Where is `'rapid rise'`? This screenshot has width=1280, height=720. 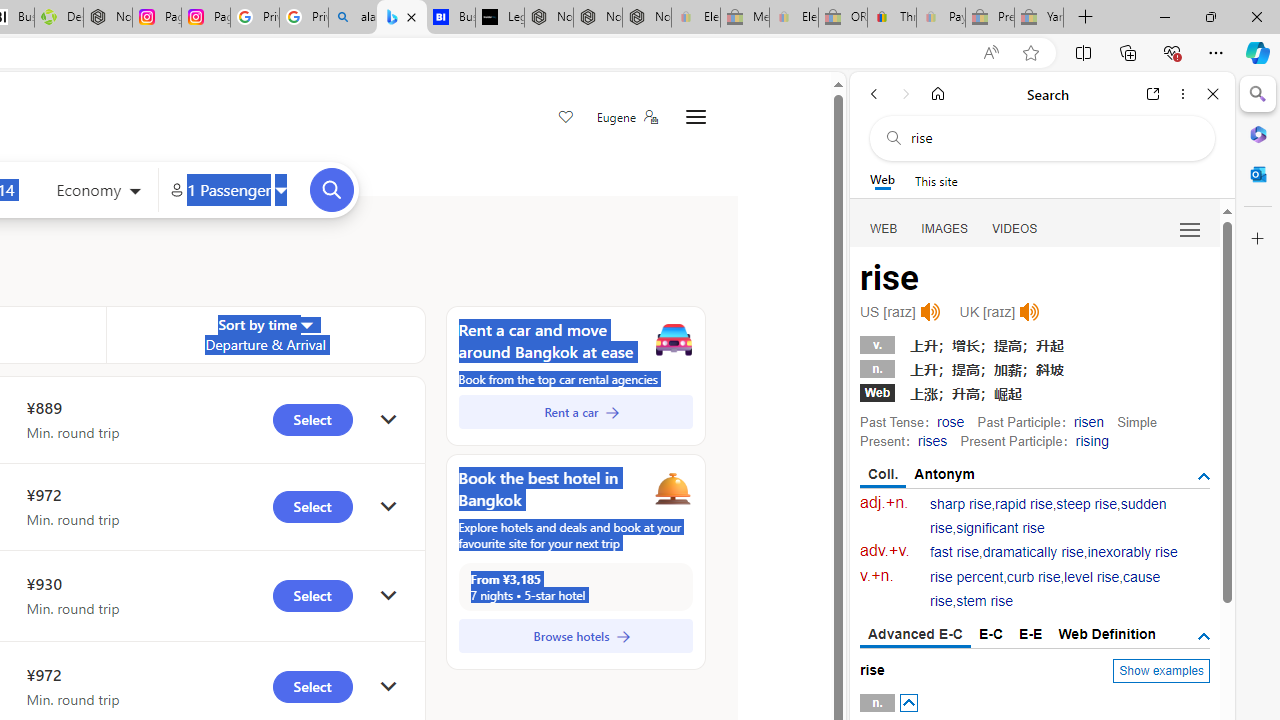
'rapid rise' is located at coordinates (1024, 503).